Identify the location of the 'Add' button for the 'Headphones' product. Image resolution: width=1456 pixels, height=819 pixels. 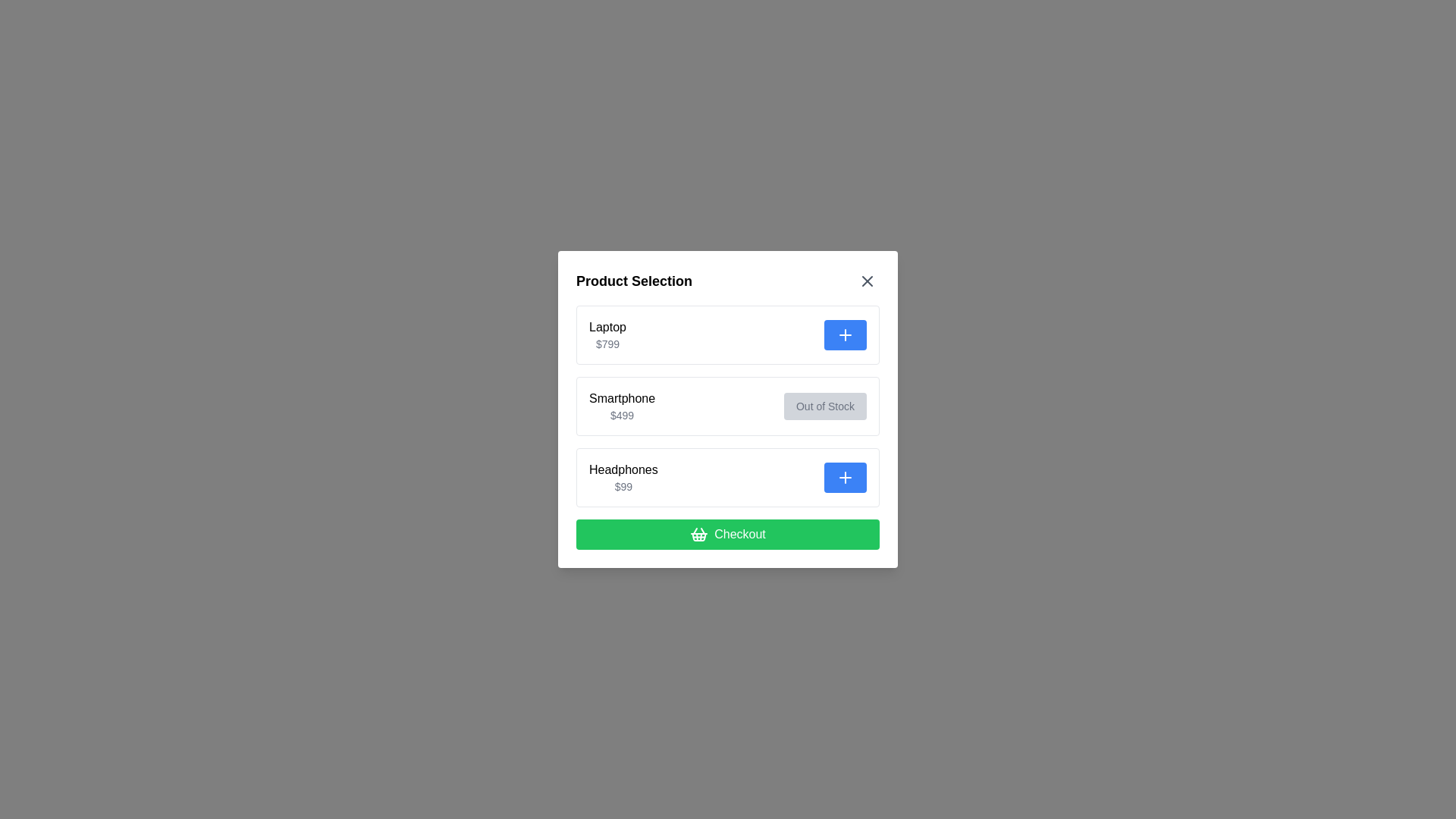
(844, 476).